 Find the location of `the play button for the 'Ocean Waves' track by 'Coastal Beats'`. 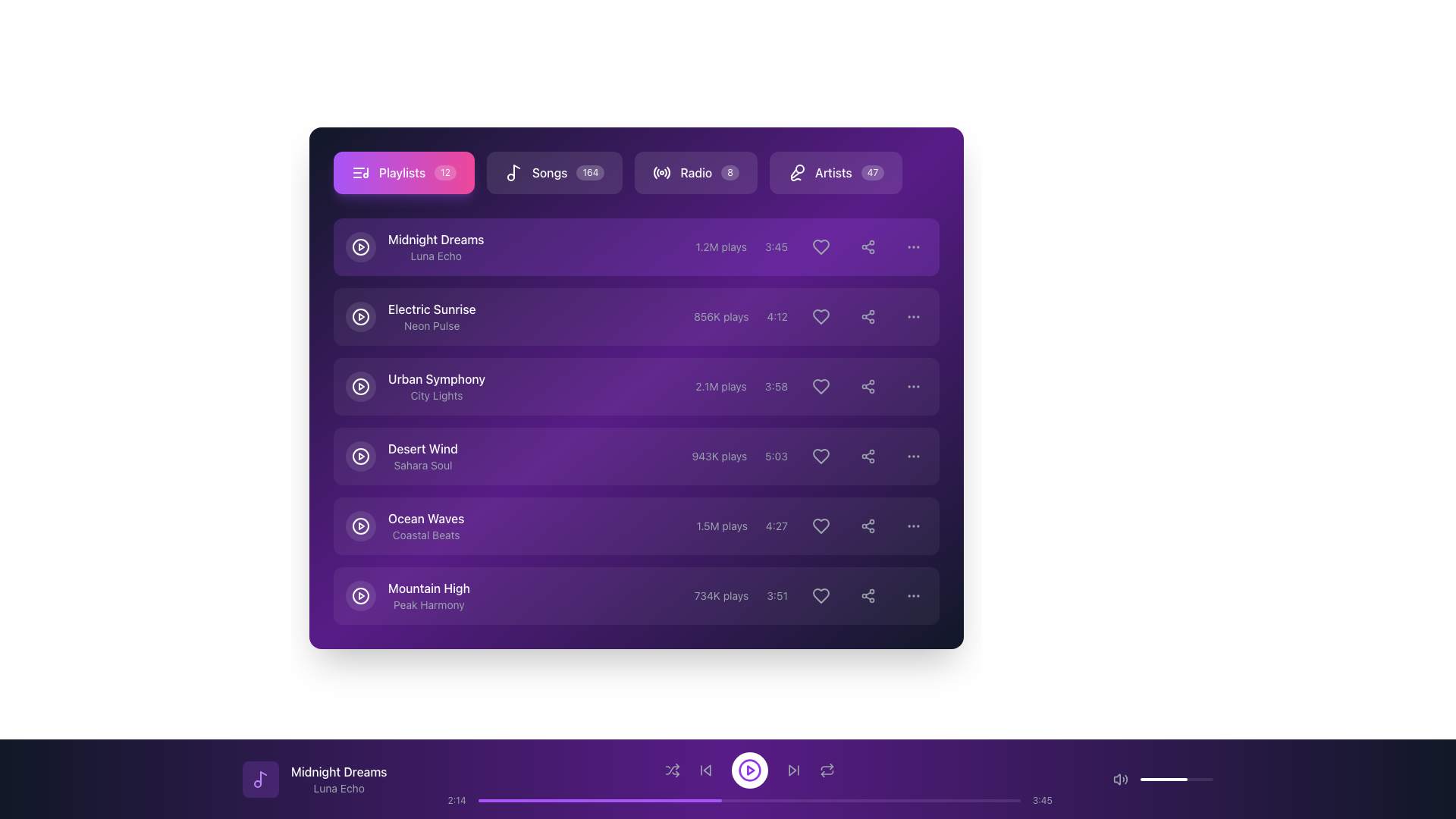

the play button for the 'Ocean Waves' track by 'Coastal Beats' is located at coordinates (359, 526).